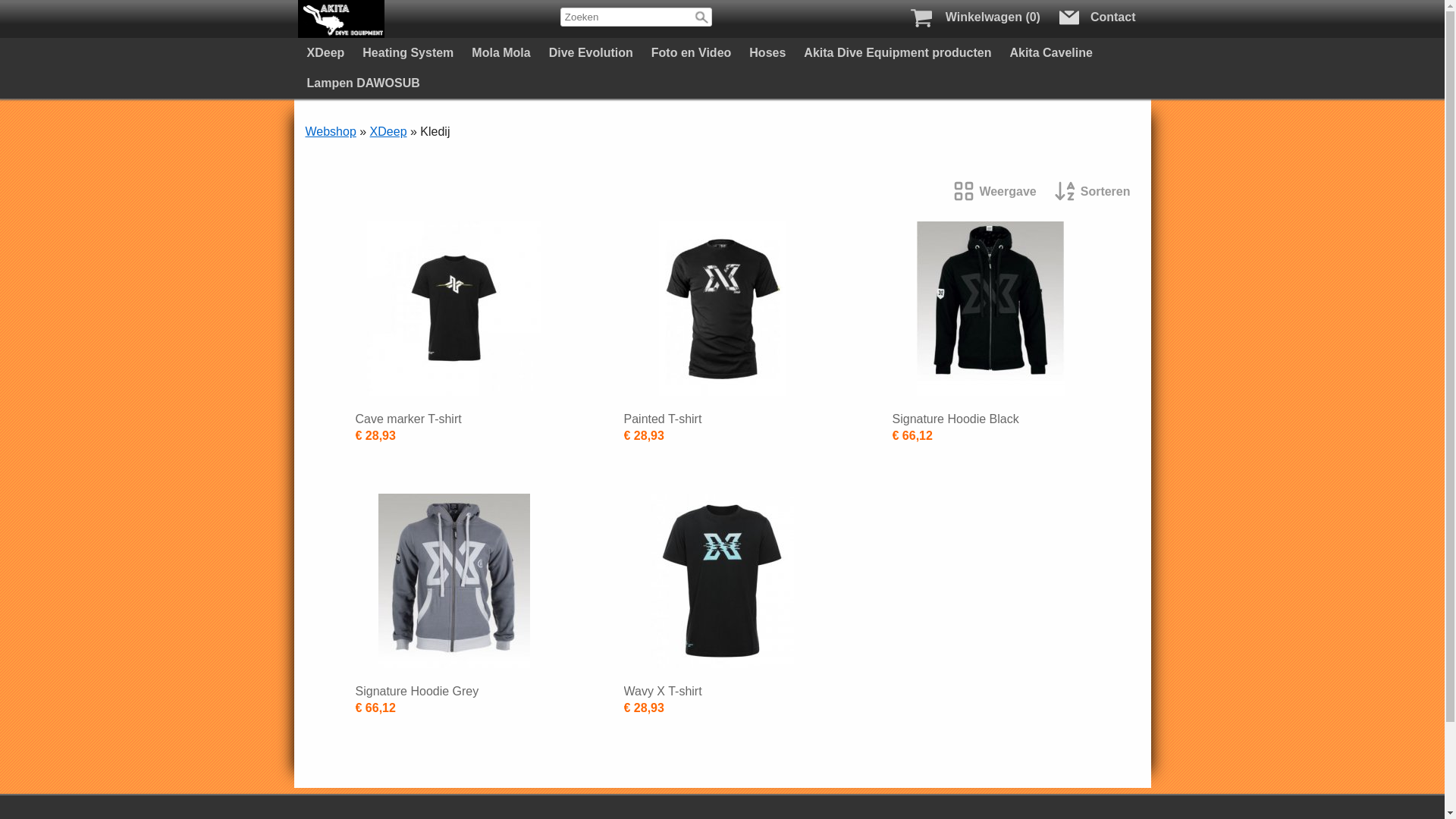  What do you see at coordinates (1050, 52) in the screenshot?
I see `'Akita Caveline'` at bounding box center [1050, 52].